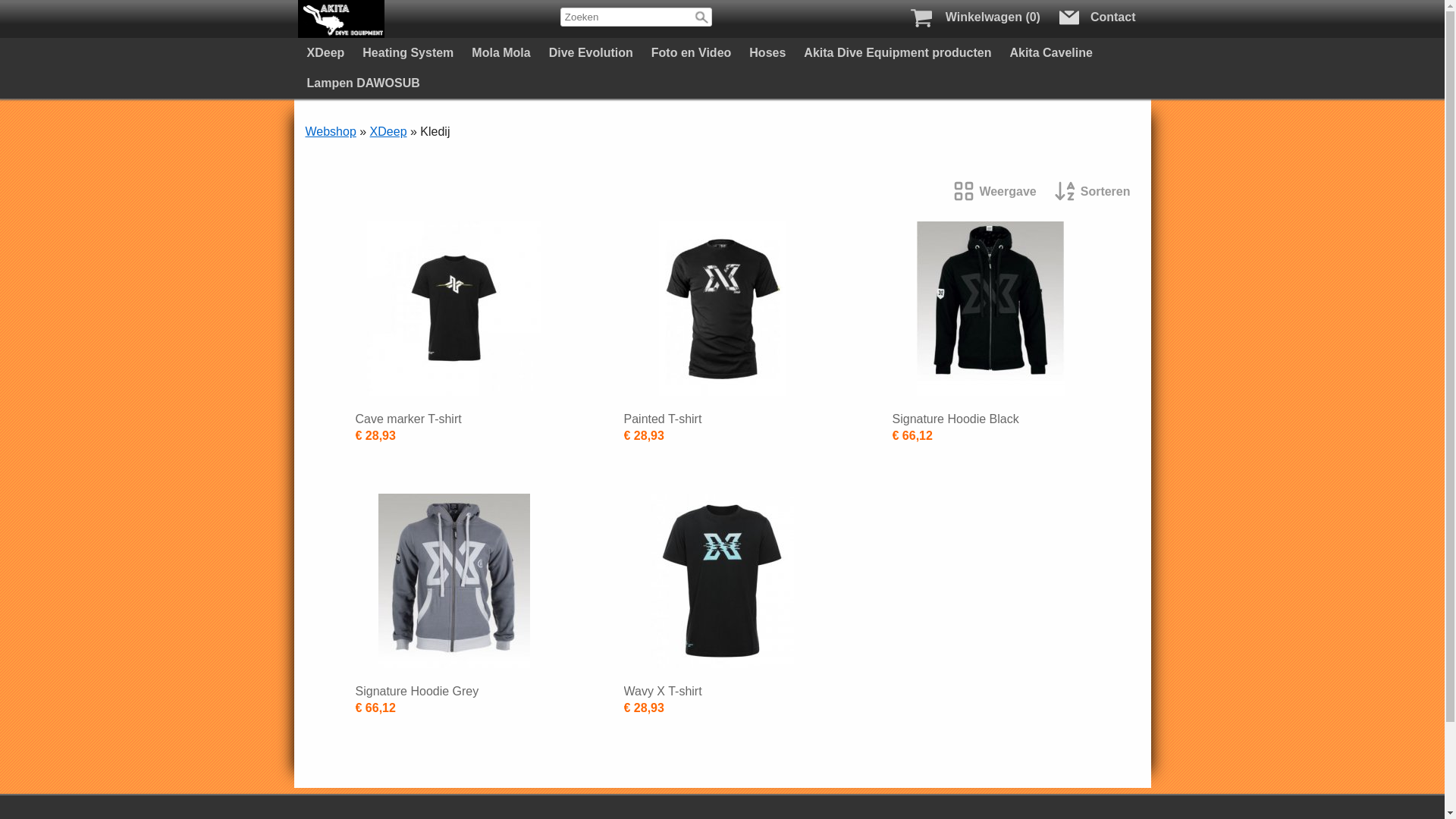  What do you see at coordinates (1050, 52) in the screenshot?
I see `'Akita Caveline'` at bounding box center [1050, 52].